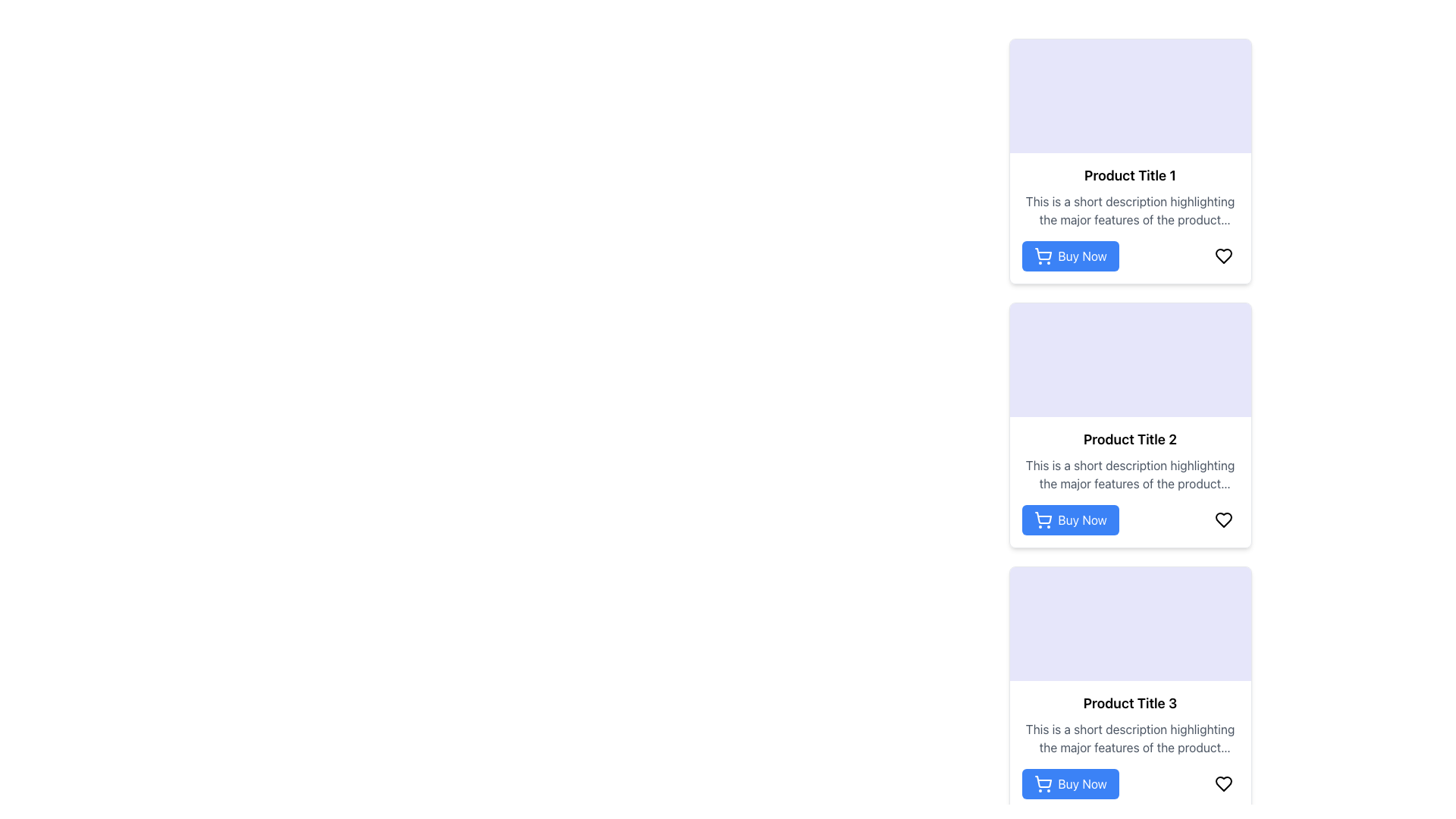  I want to click on static text displaying 'Product Title 1' in bold, black font located at the top of the first product card, so click(1130, 174).